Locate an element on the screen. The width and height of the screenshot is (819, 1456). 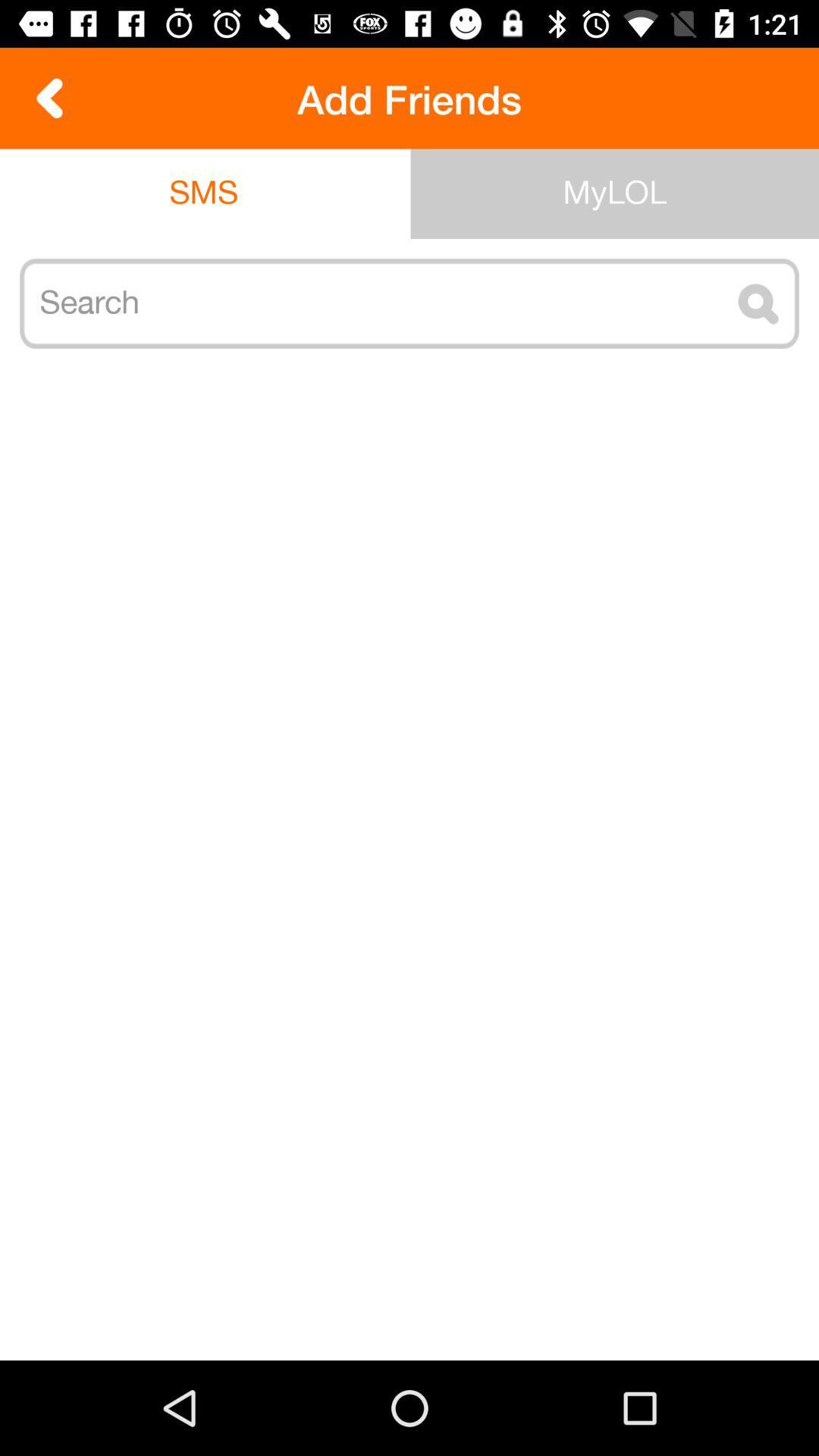
the arrow_backward icon is located at coordinates (49, 97).